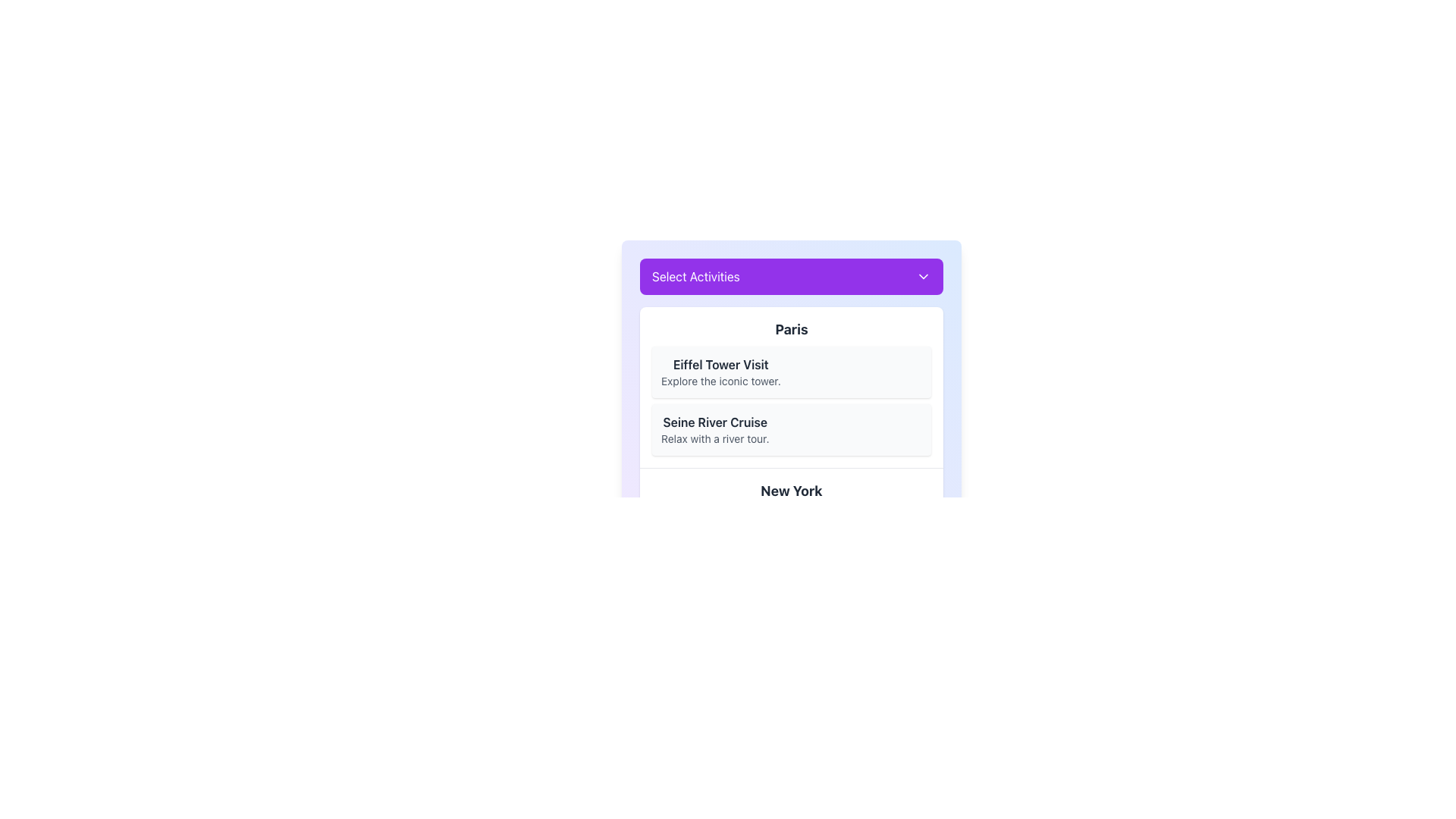 This screenshot has height=819, width=1456. What do you see at coordinates (714, 430) in the screenshot?
I see `the 'Seine River Cruise' text label, which features two lines of text with the first line in a larger, bold dark gray font and the second line in a smaller, lighter gray font, located in a white rectangular box with rounded corners` at bounding box center [714, 430].